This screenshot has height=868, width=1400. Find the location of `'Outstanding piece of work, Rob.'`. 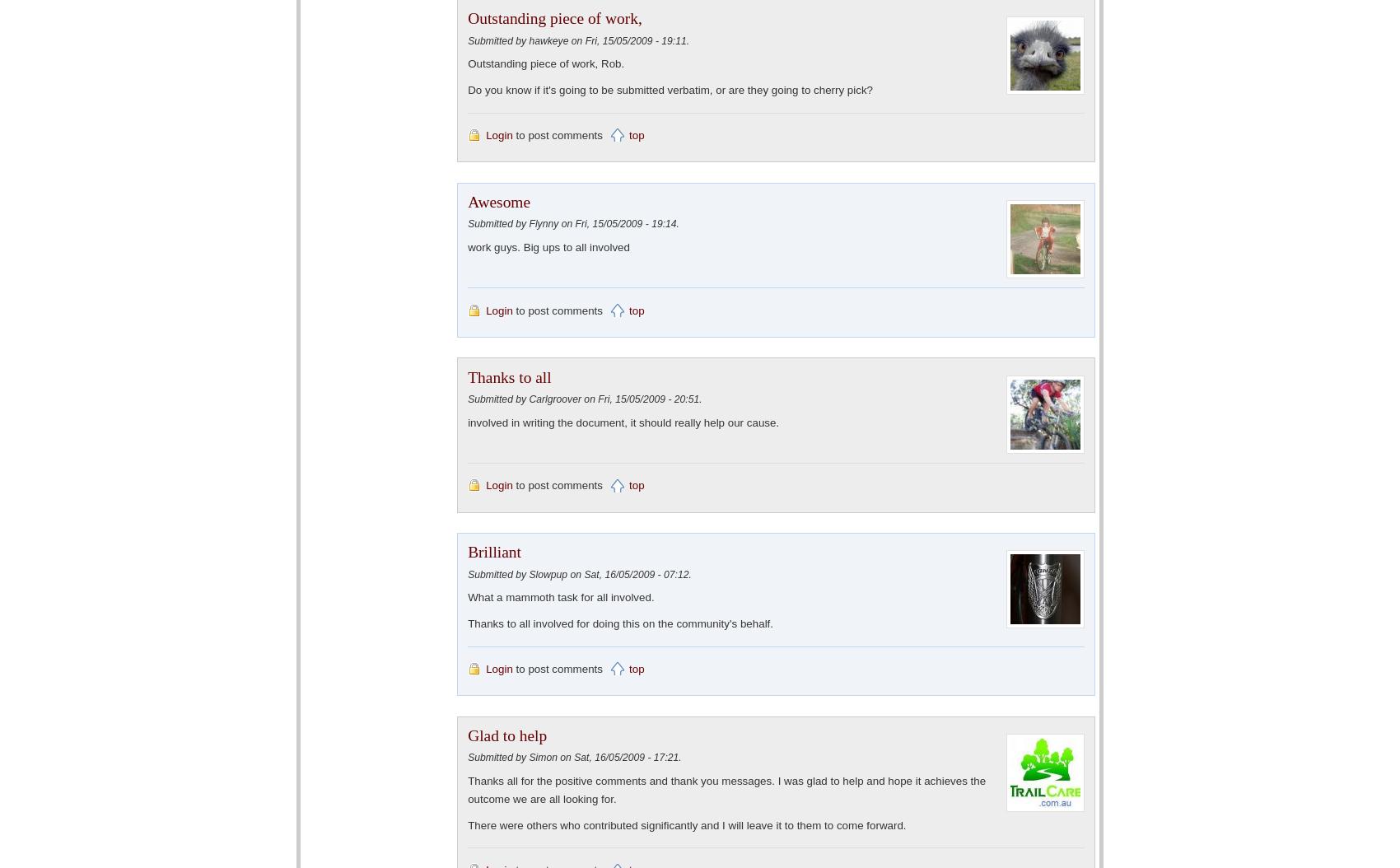

'Outstanding piece of work, Rob.' is located at coordinates (546, 63).